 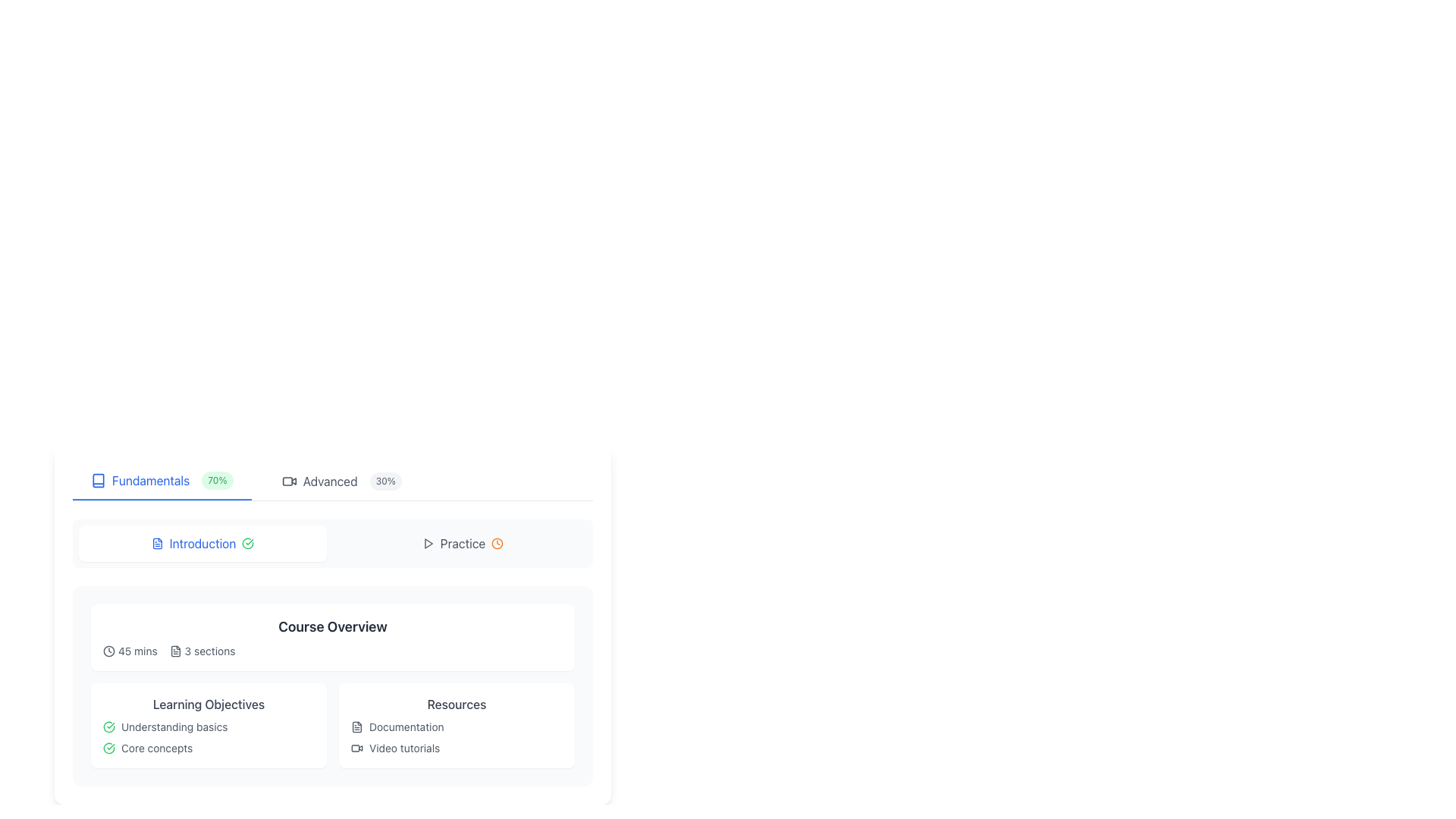 What do you see at coordinates (202, 543) in the screenshot?
I see `the leftmost navigational button to redirect users to the 'Introduction' section of the content or application` at bounding box center [202, 543].